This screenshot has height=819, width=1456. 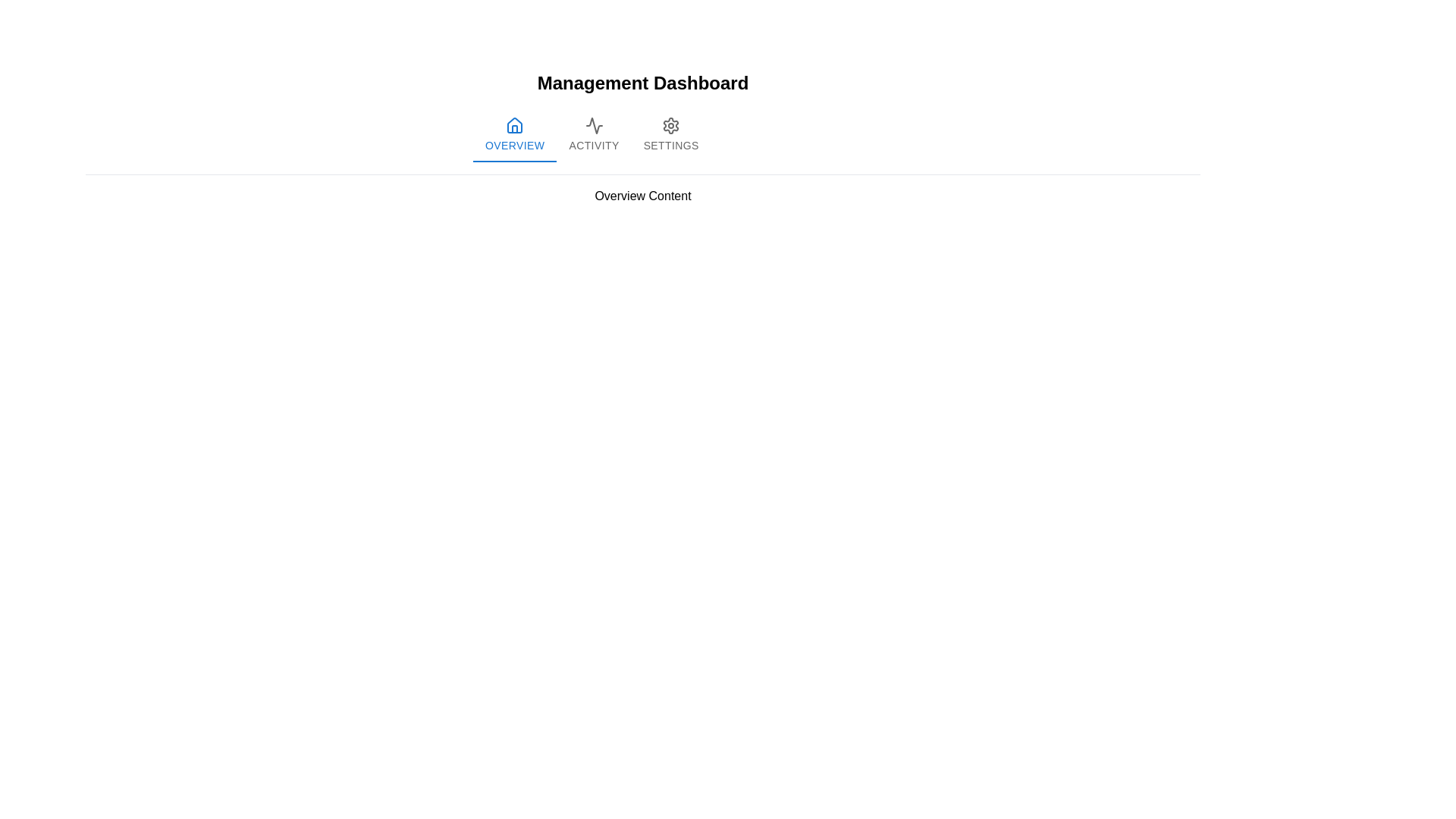 I want to click on the 'Activity' tab in the Tab Navigation Bar to switch tabs, so click(x=643, y=133).